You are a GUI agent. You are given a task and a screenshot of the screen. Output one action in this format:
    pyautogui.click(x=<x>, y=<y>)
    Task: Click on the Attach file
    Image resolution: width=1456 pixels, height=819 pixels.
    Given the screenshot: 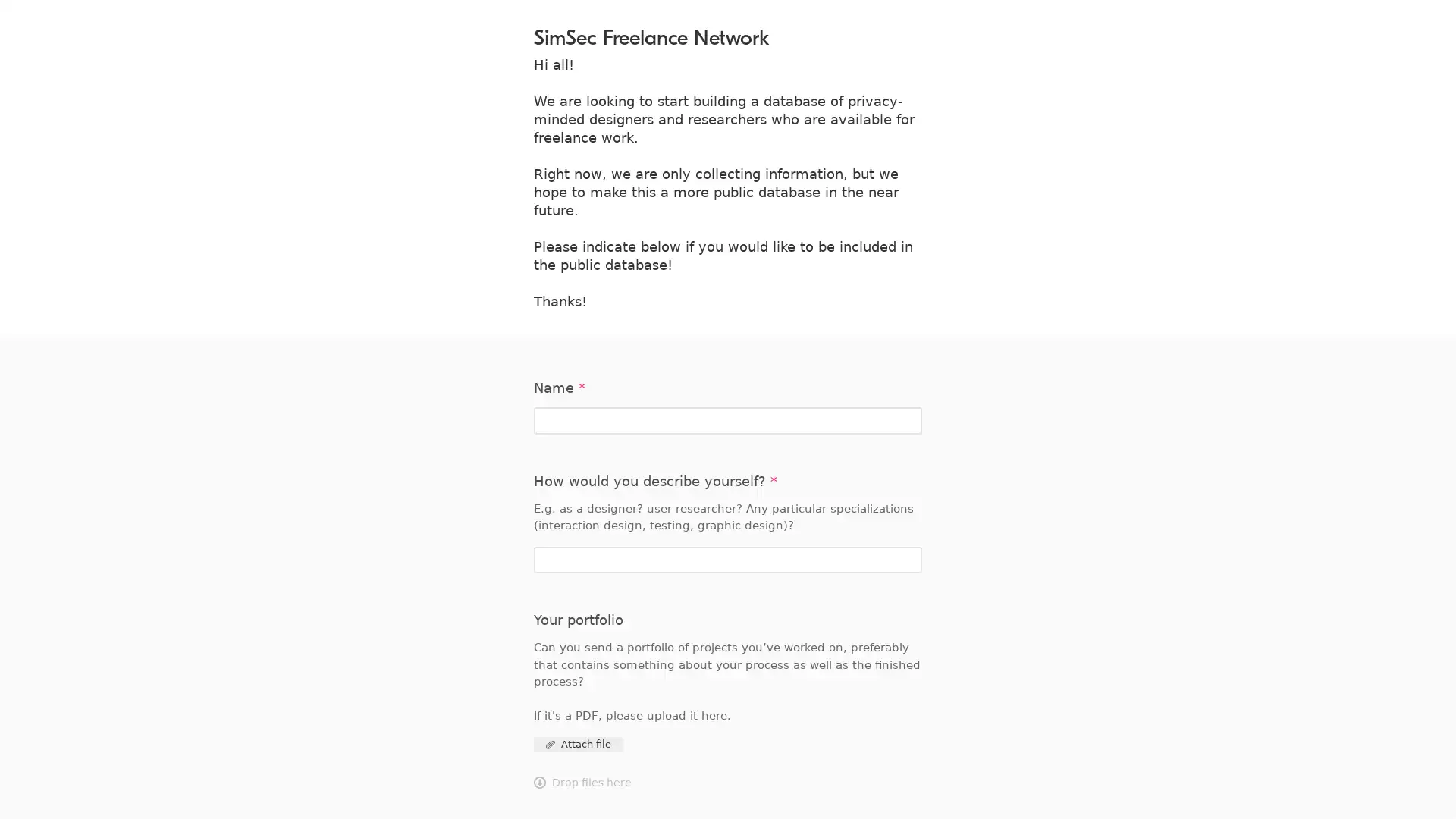 What is the action you would take?
    pyautogui.click(x=578, y=742)
    